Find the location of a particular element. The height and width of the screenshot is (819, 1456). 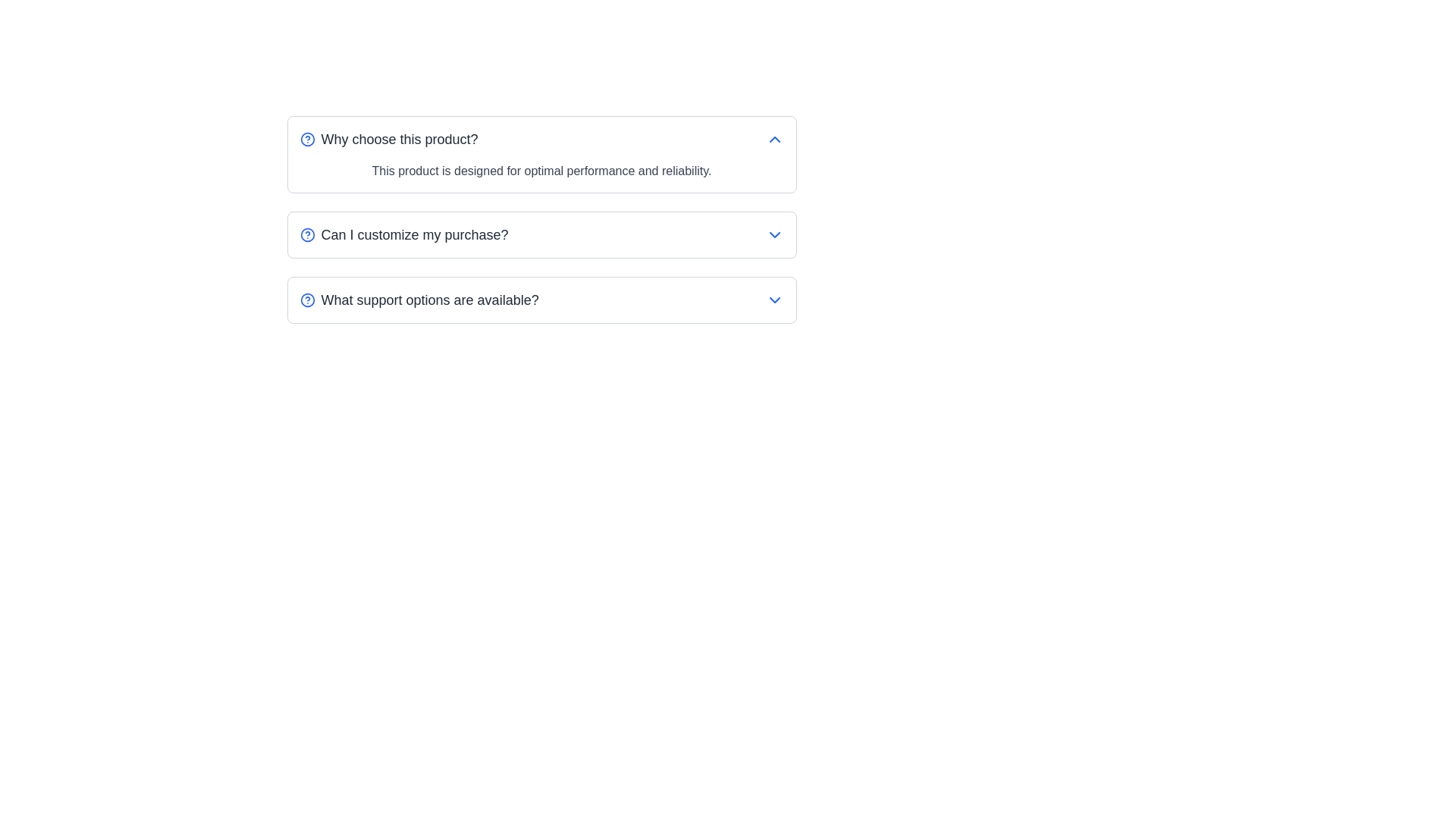

the third collapsible FAQ item containing the question 'What support options are available?' for keyboard navigation is located at coordinates (541, 300).